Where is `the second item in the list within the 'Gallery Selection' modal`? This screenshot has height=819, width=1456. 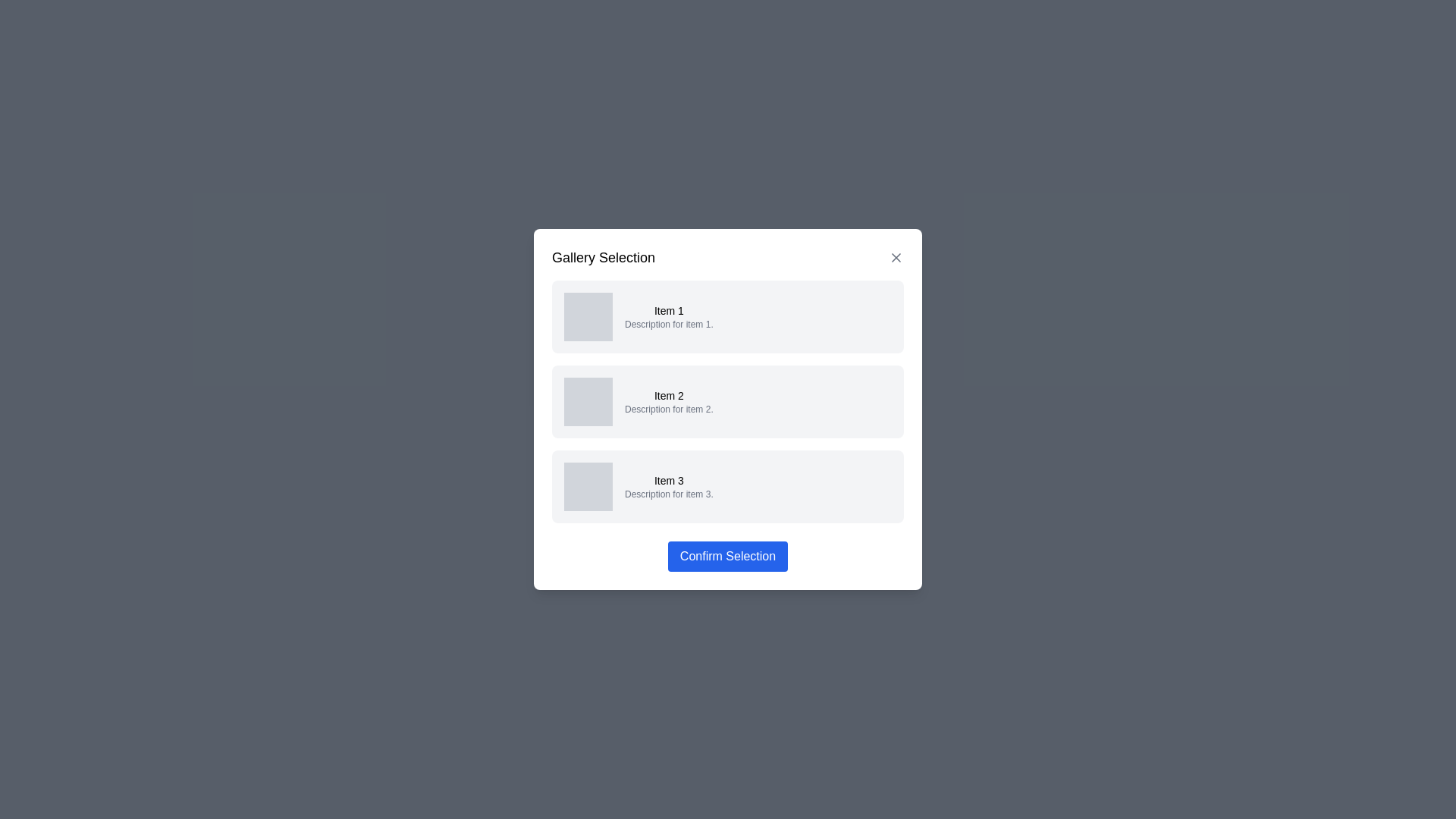
the second item in the list within the 'Gallery Selection' modal is located at coordinates (728, 400).